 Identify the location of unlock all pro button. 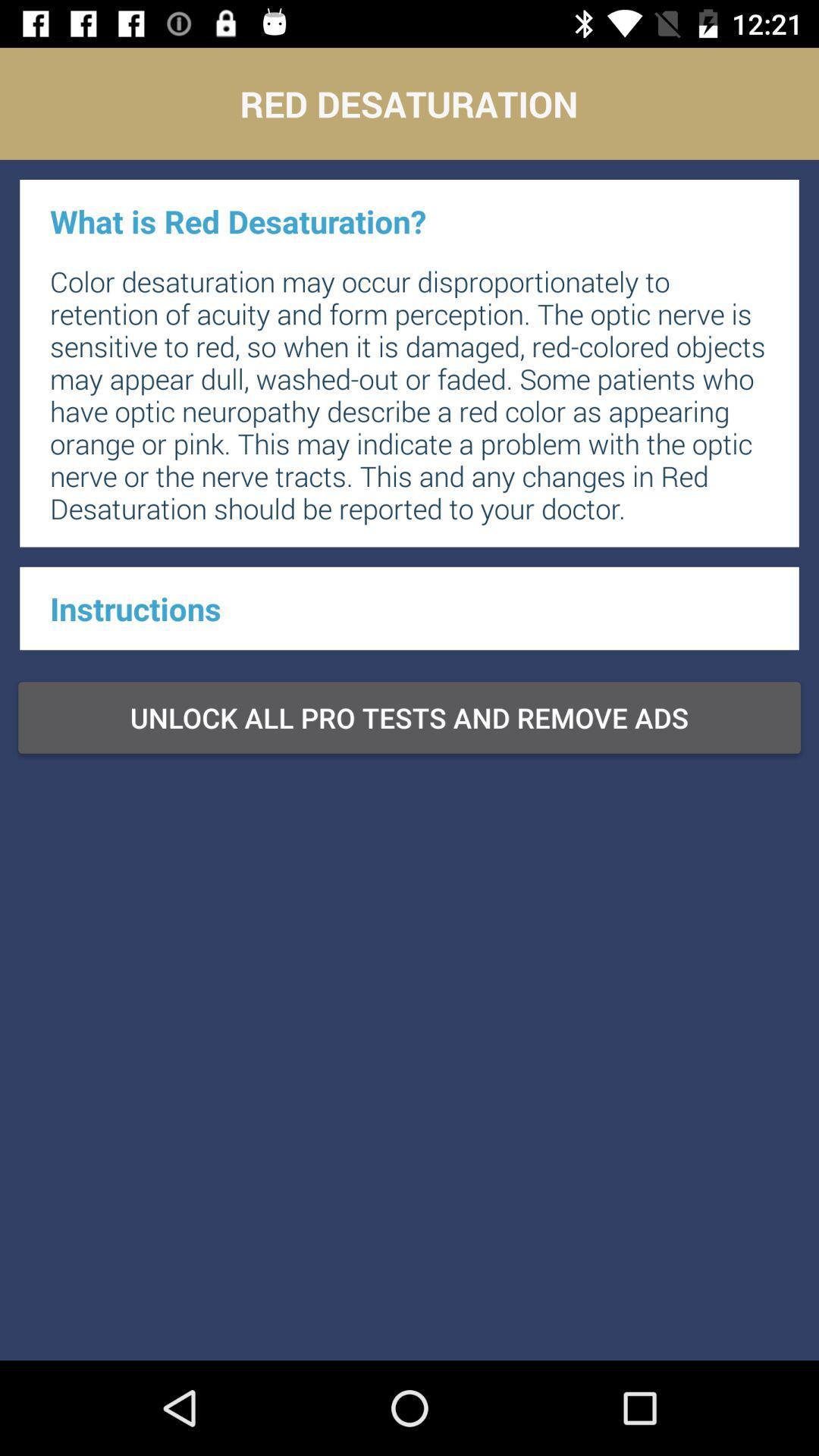
(409, 717).